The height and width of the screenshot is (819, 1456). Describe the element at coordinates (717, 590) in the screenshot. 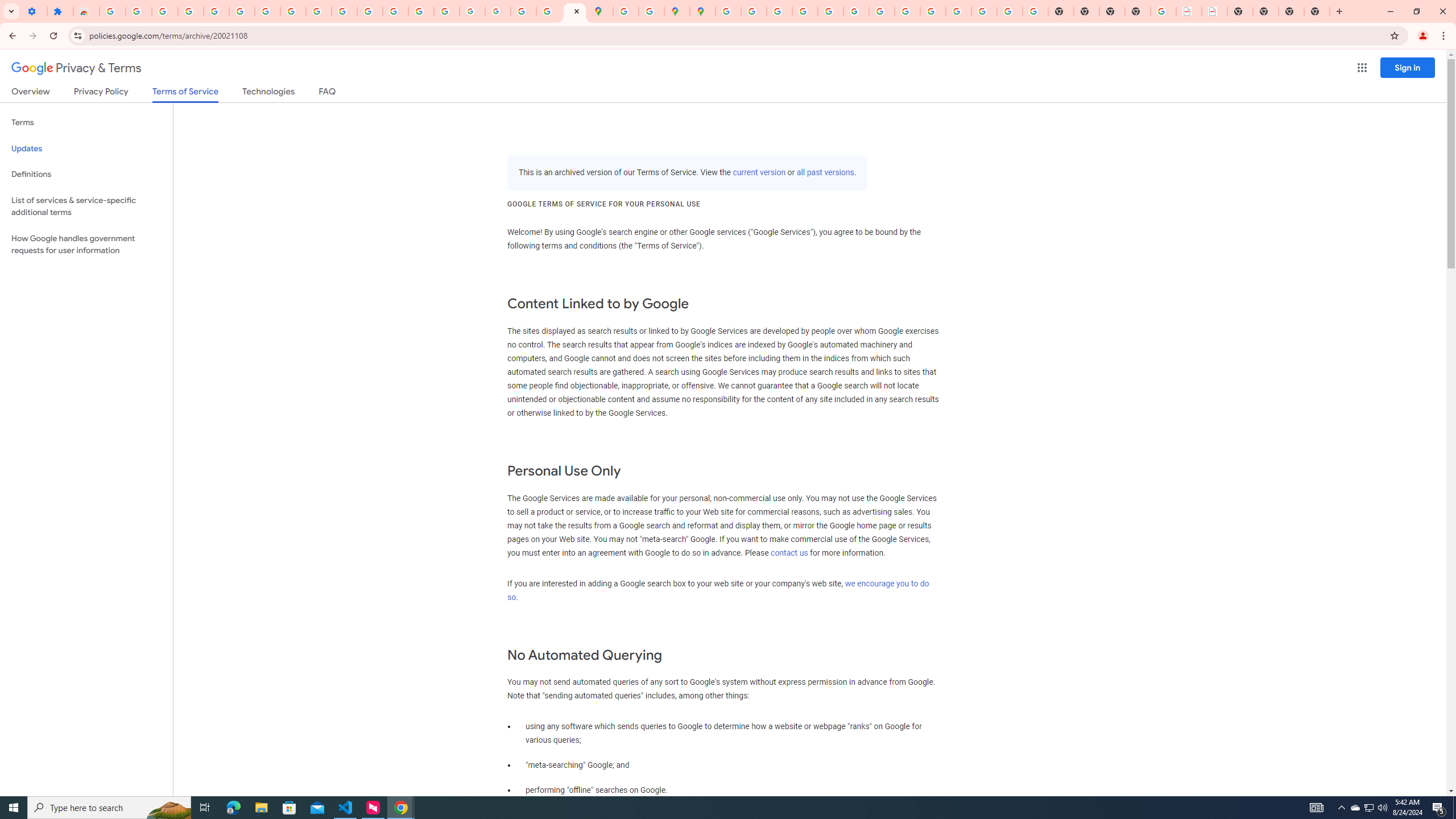

I see `'we encourage you to do so'` at that location.